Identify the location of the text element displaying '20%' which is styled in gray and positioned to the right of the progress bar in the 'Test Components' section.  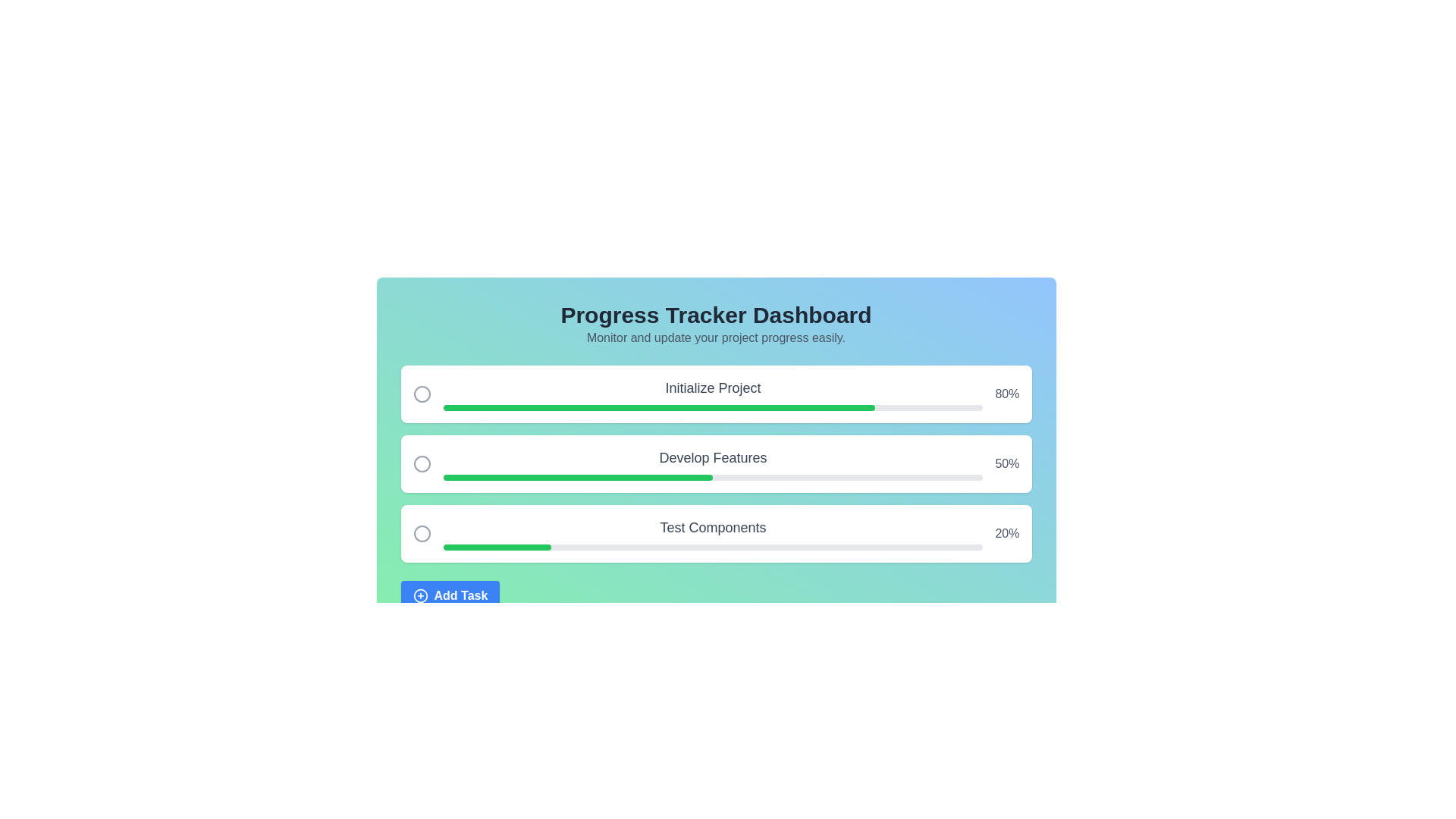
(1007, 533).